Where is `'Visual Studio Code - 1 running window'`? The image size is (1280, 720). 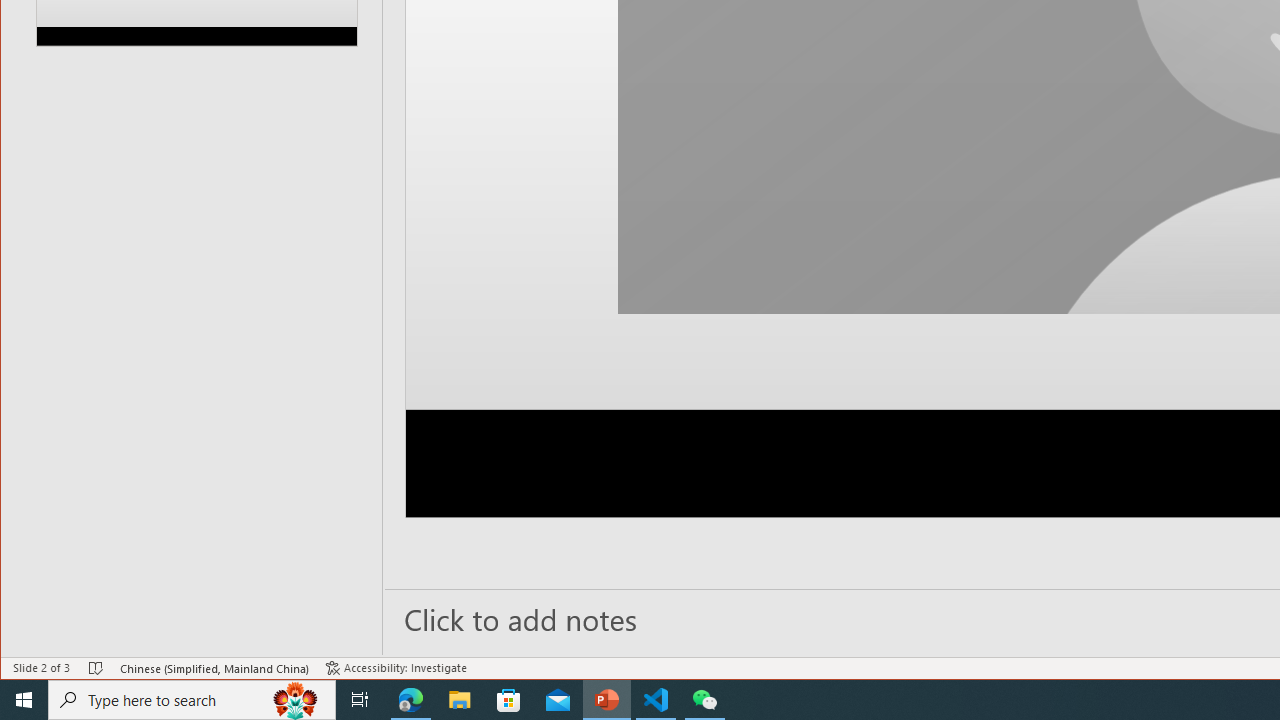 'Visual Studio Code - 1 running window' is located at coordinates (656, 698).